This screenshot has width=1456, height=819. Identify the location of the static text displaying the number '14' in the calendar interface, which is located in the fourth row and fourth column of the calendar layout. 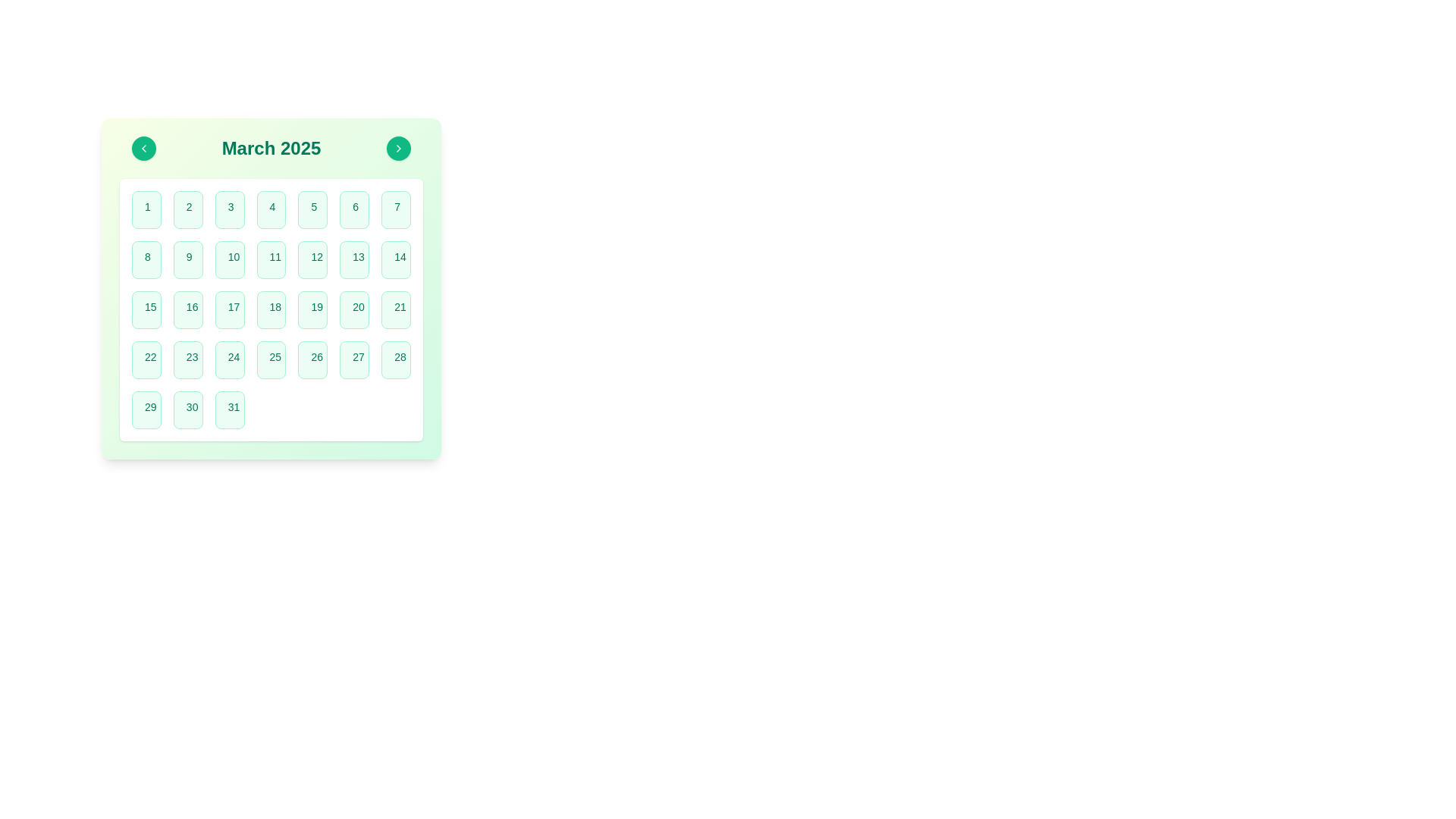
(400, 256).